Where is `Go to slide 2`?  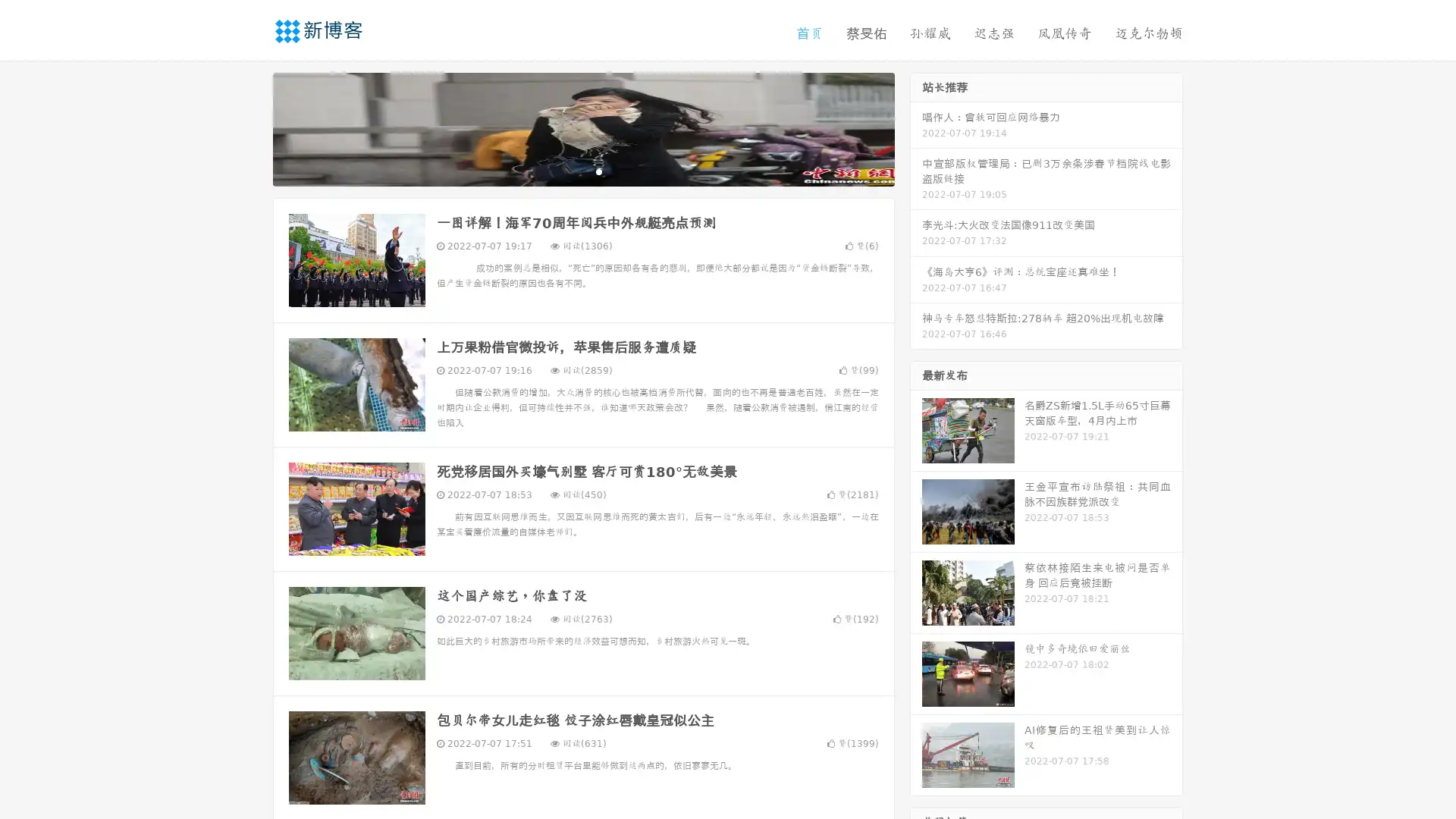 Go to slide 2 is located at coordinates (582, 171).